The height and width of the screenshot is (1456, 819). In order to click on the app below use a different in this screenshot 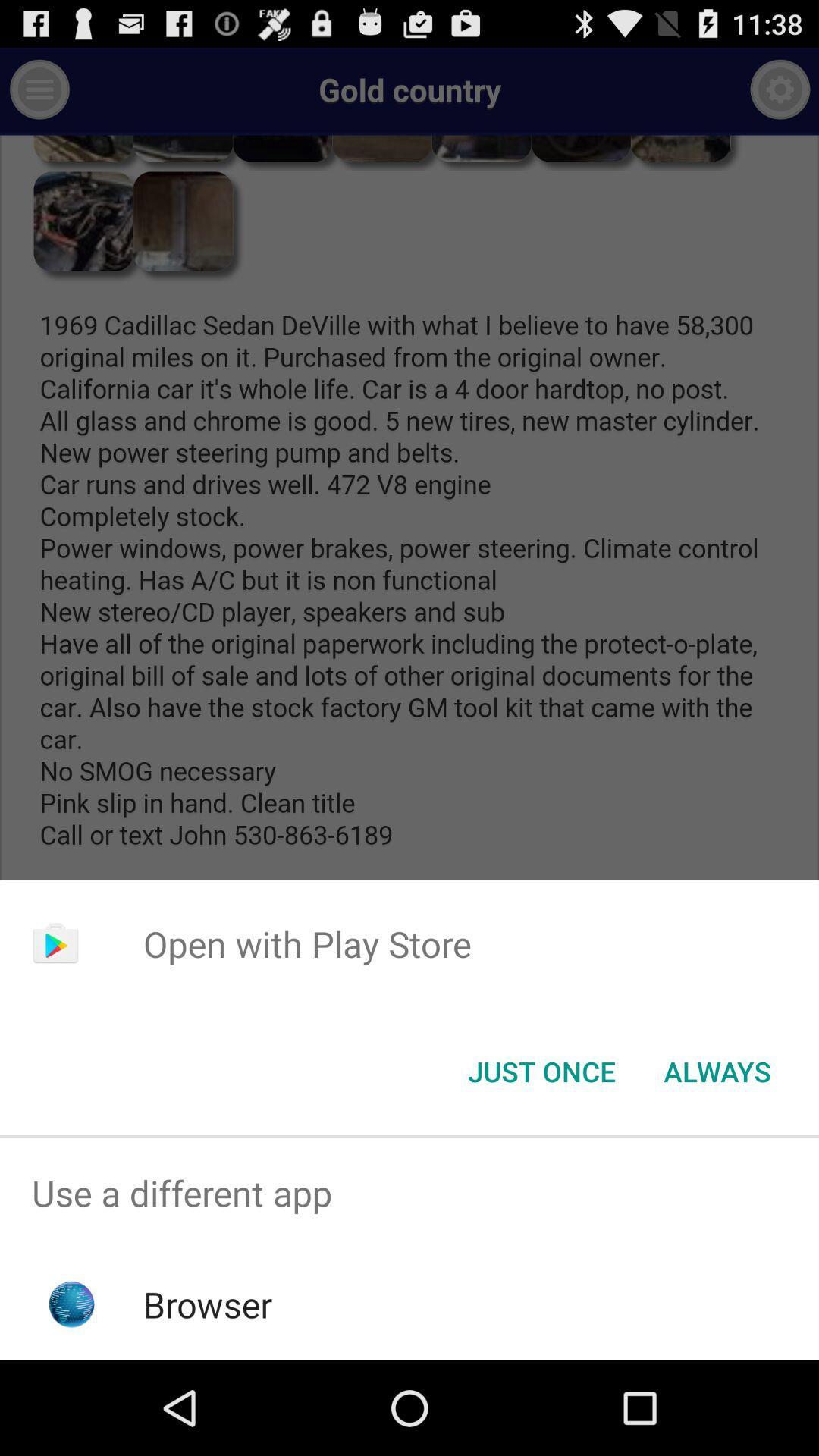, I will do `click(208, 1304)`.